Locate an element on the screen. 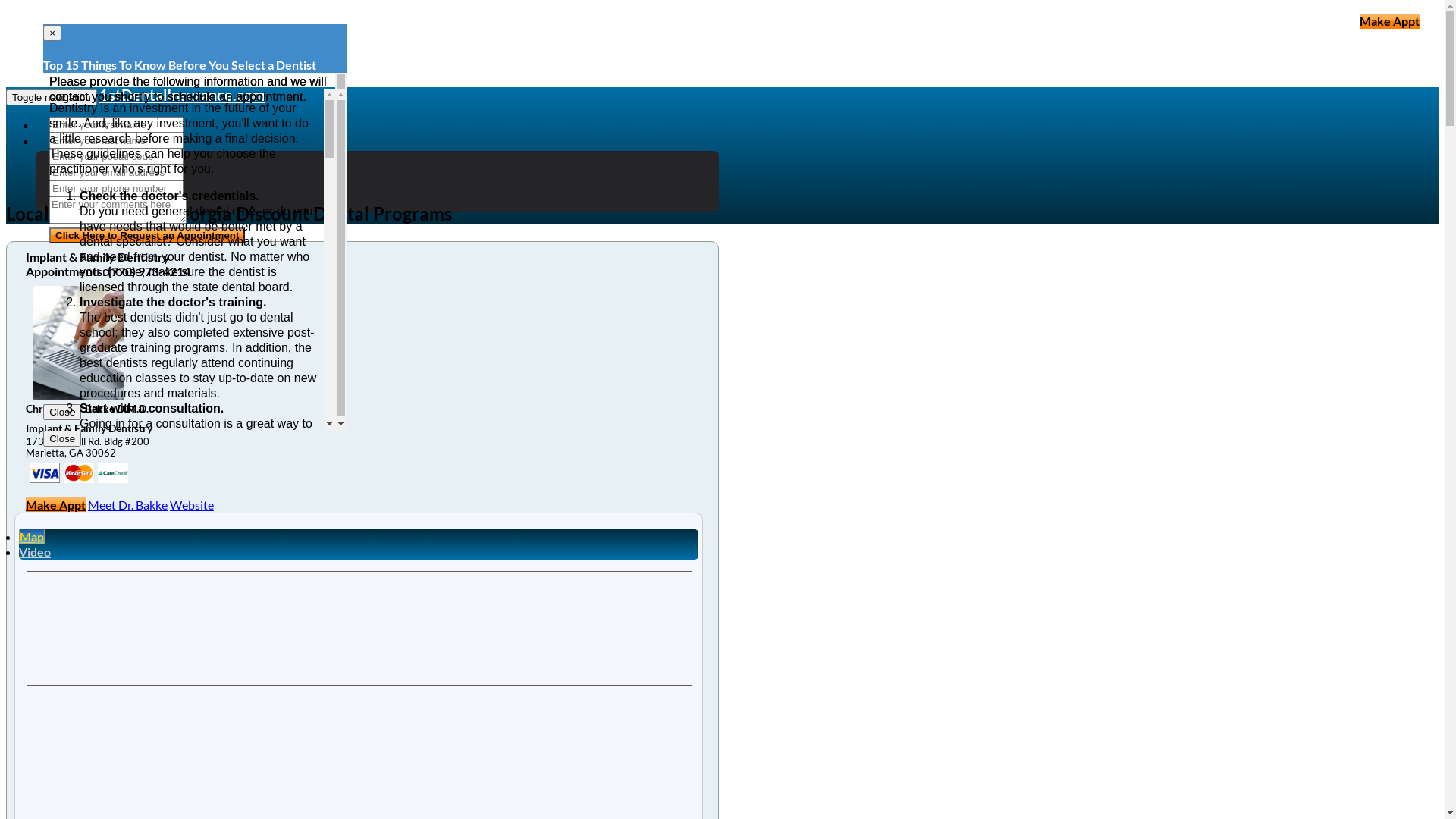 This screenshot has height=819, width=1456. 'Map' is located at coordinates (32, 535).